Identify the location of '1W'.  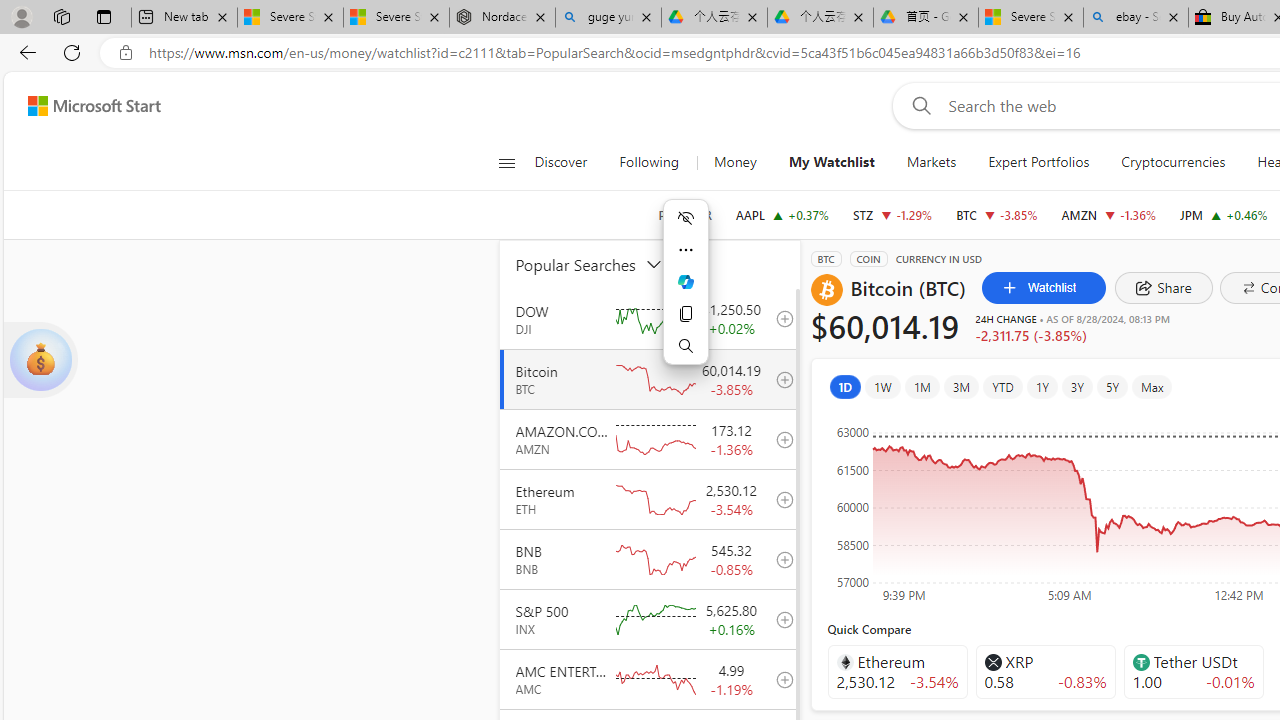
(881, 387).